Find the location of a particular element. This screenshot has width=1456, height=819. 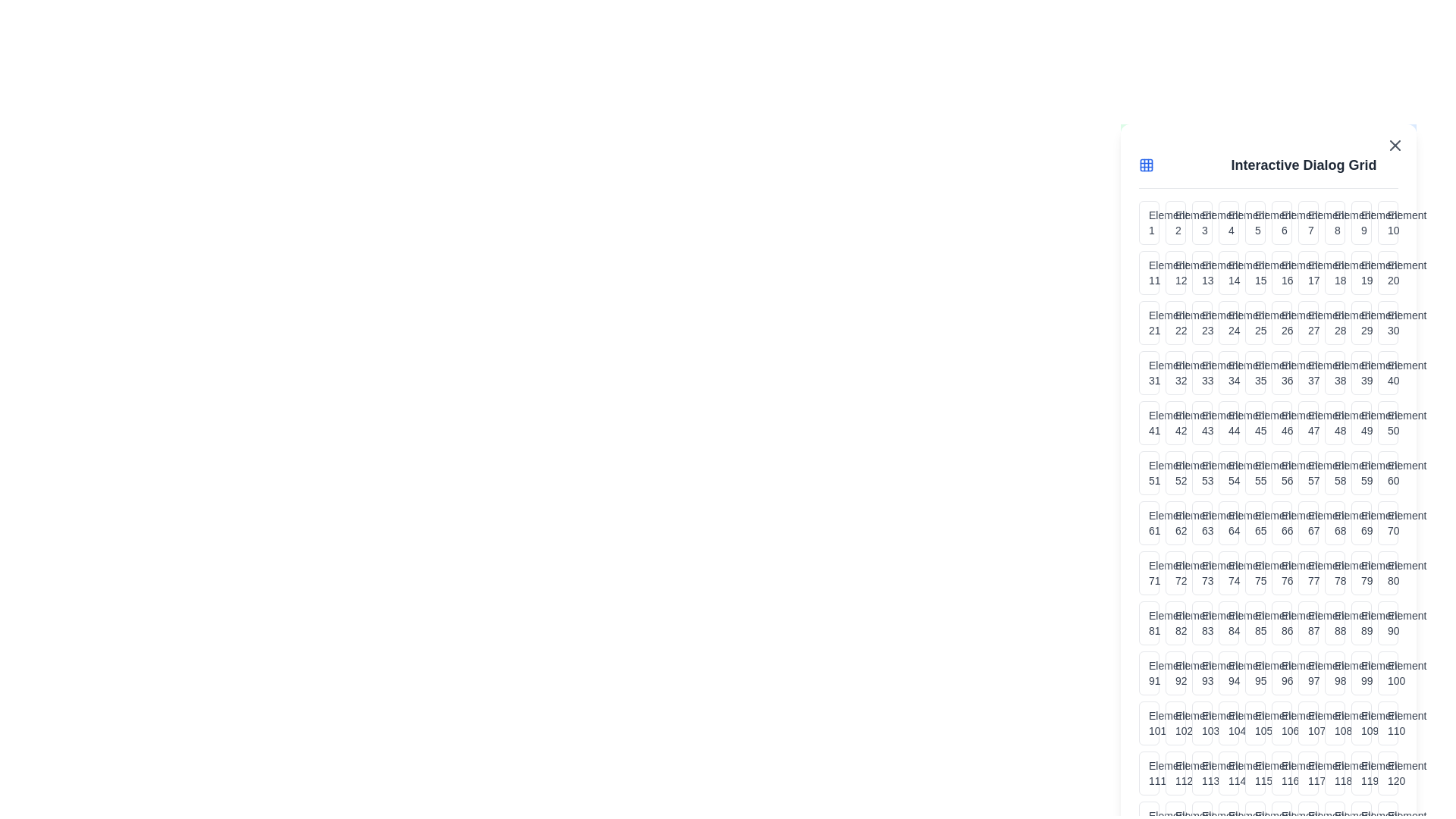

the grid icon in the header is located at coordinates (1147, 165).